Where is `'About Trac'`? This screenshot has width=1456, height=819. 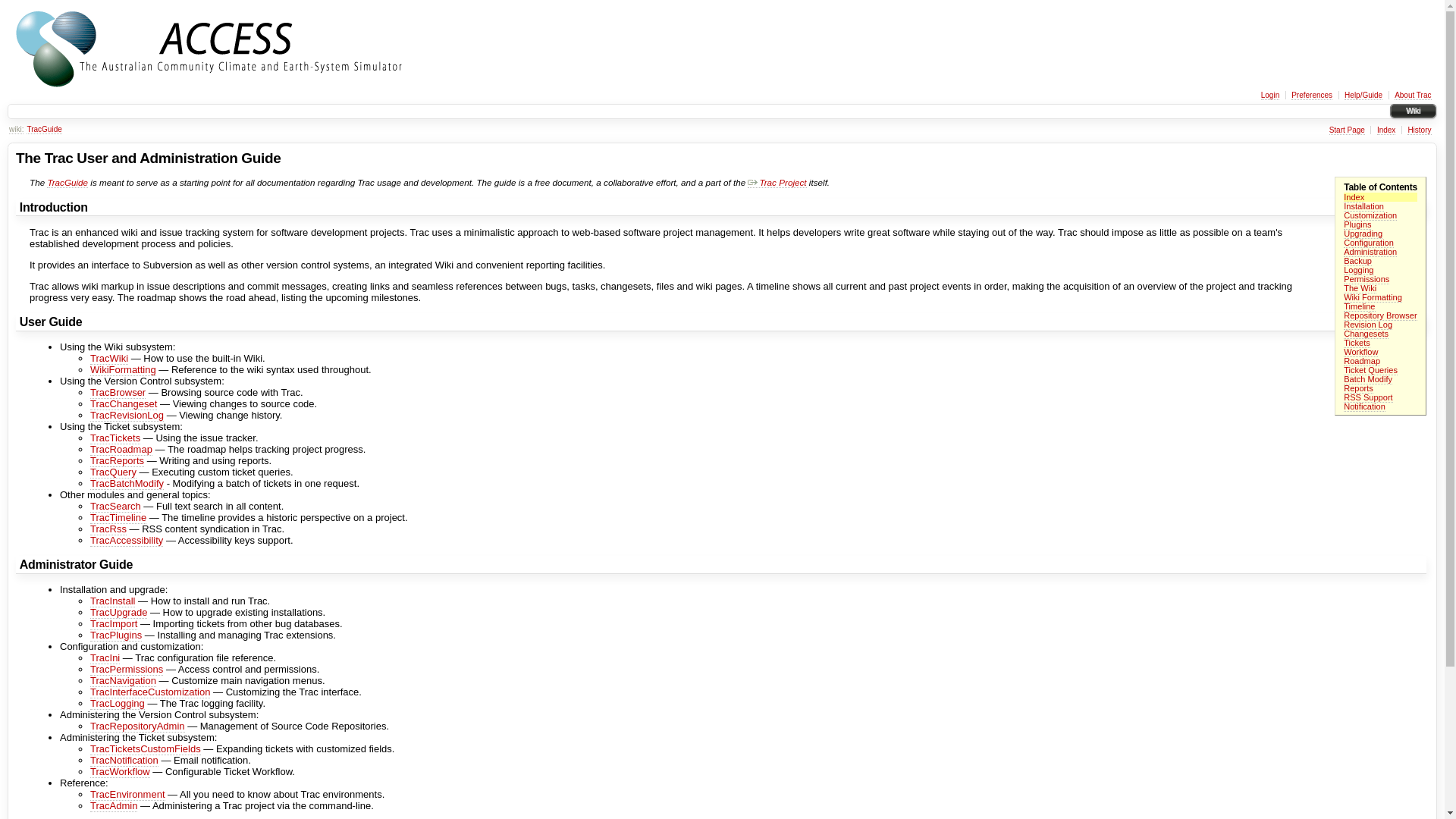
'About Trac' is located at coordinates (1411, 96).